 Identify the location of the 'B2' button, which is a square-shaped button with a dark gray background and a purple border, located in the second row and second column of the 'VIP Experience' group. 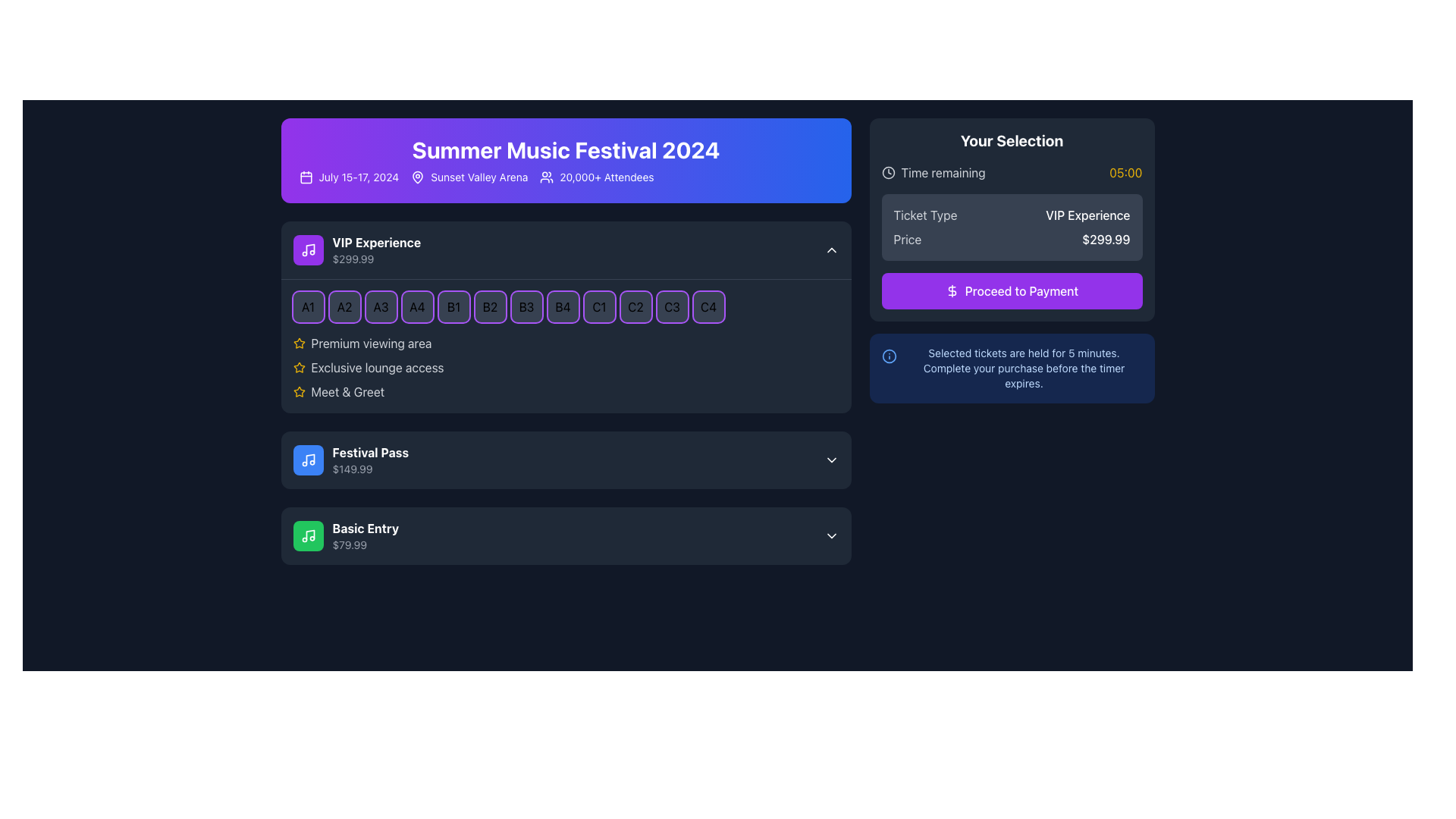
(490, 307).